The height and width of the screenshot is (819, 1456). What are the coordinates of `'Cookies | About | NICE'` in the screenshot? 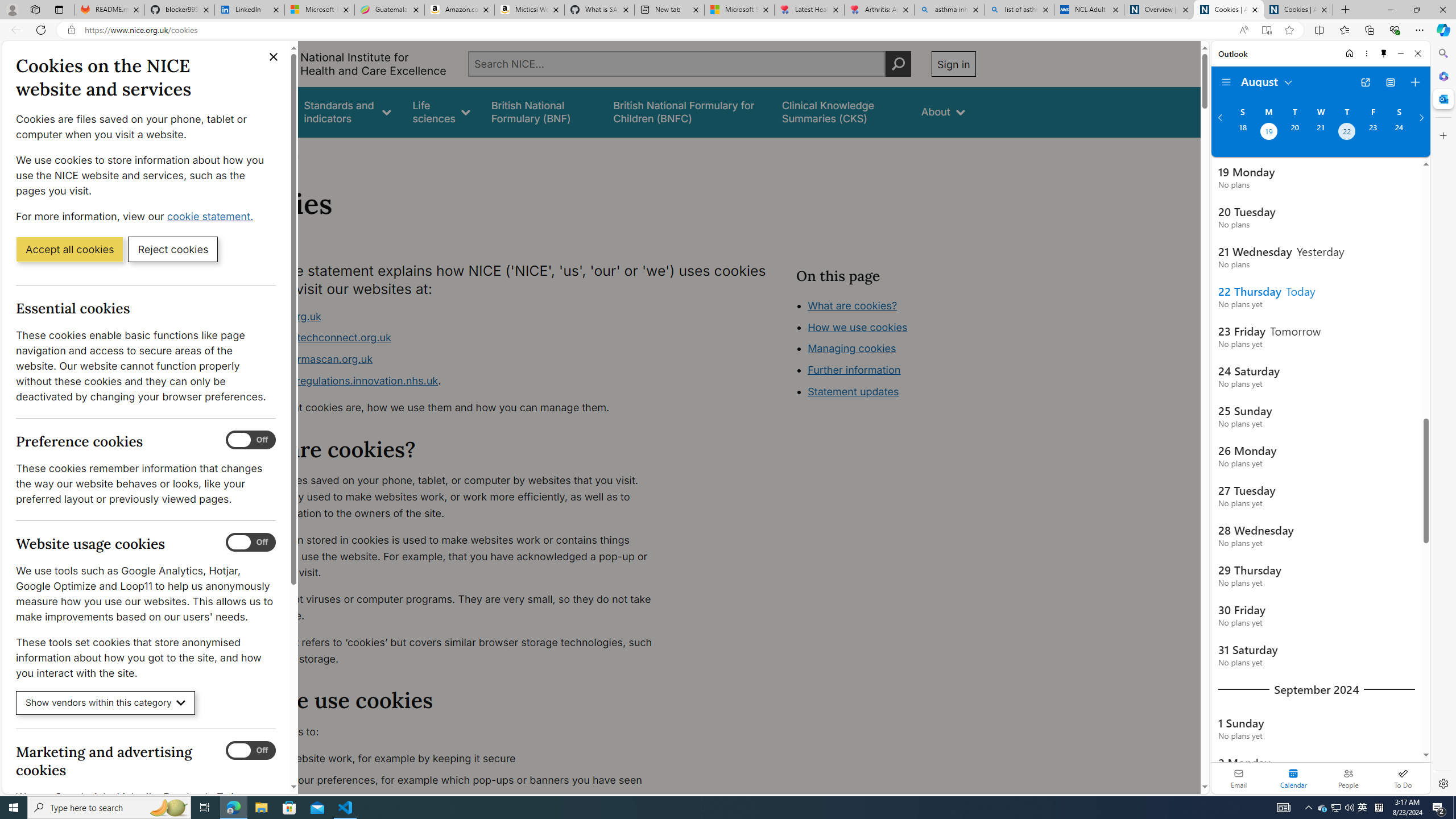 It's located at (1298, 9).